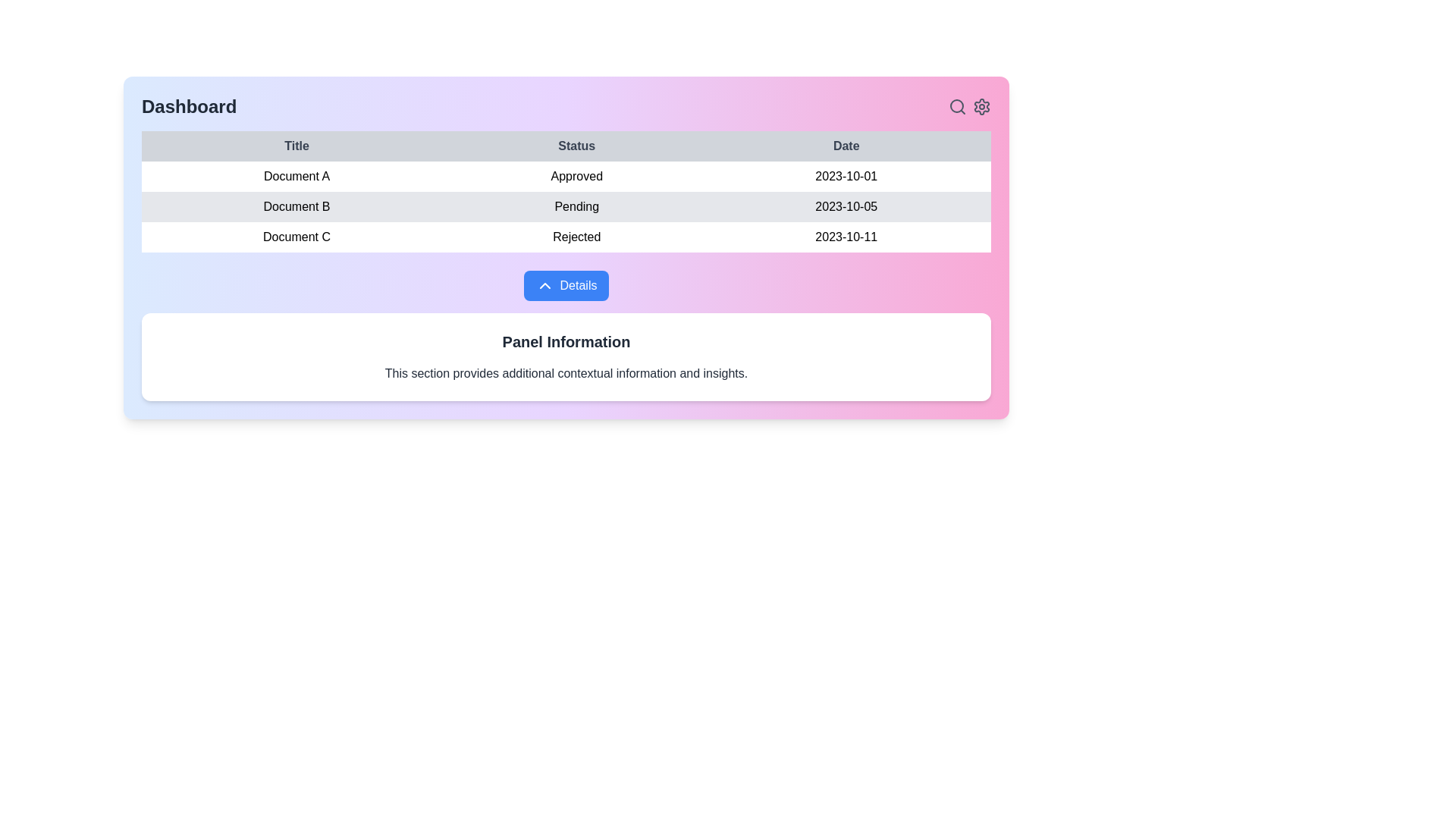 The height and width of the screenshot is (819, 1456). Describe the element at coordinates (566, 286) in the screenshot. I see `the rectangular button with a blue background and white text reading 'Details', which features an upward-facing chevron icon` at that location.